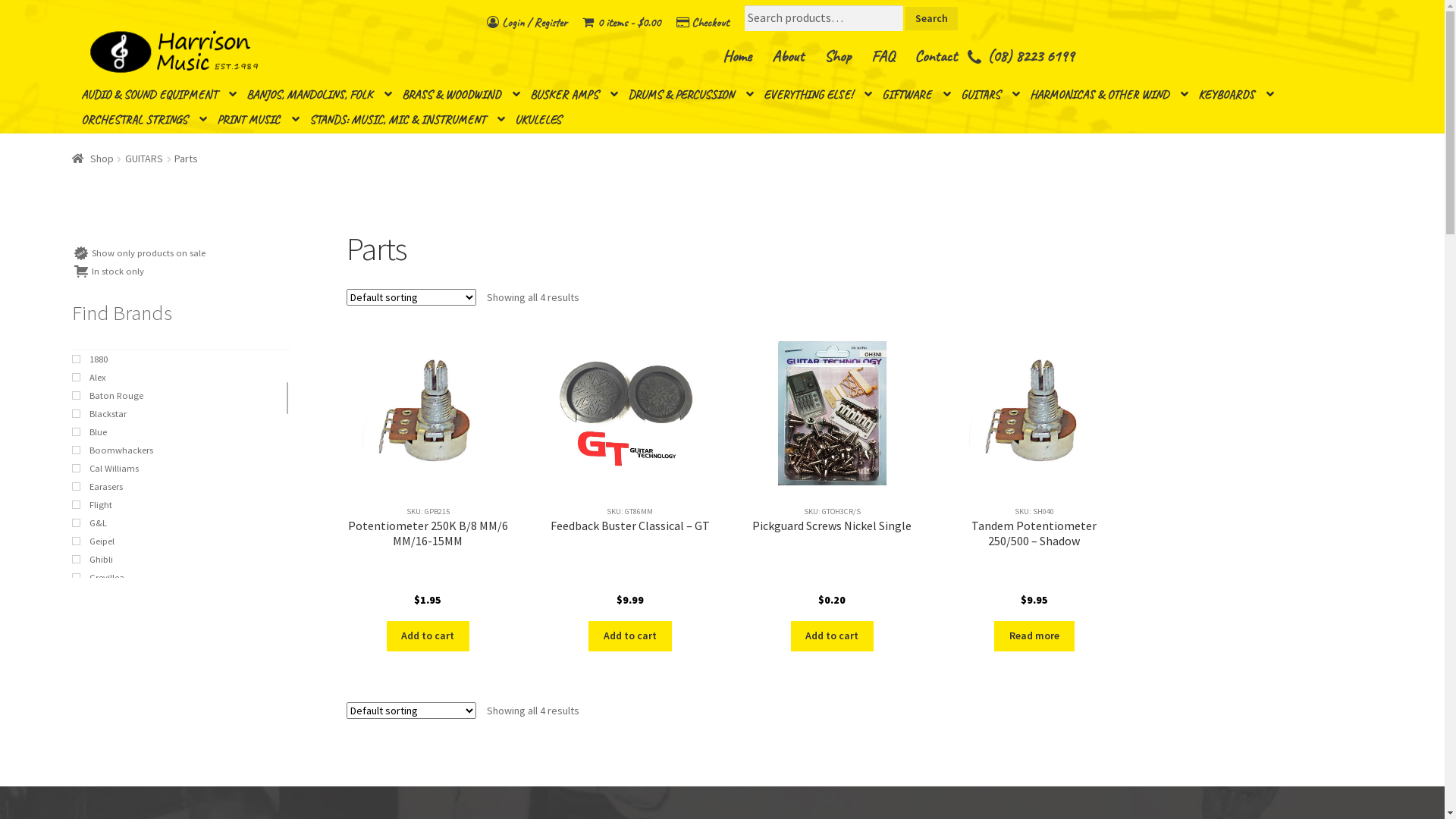 This screenshot has height=819, width=1456. What do you see at coordinates (934, 55) in the screenshot?
I see `'Contact'` at bounding box center [934, 55].